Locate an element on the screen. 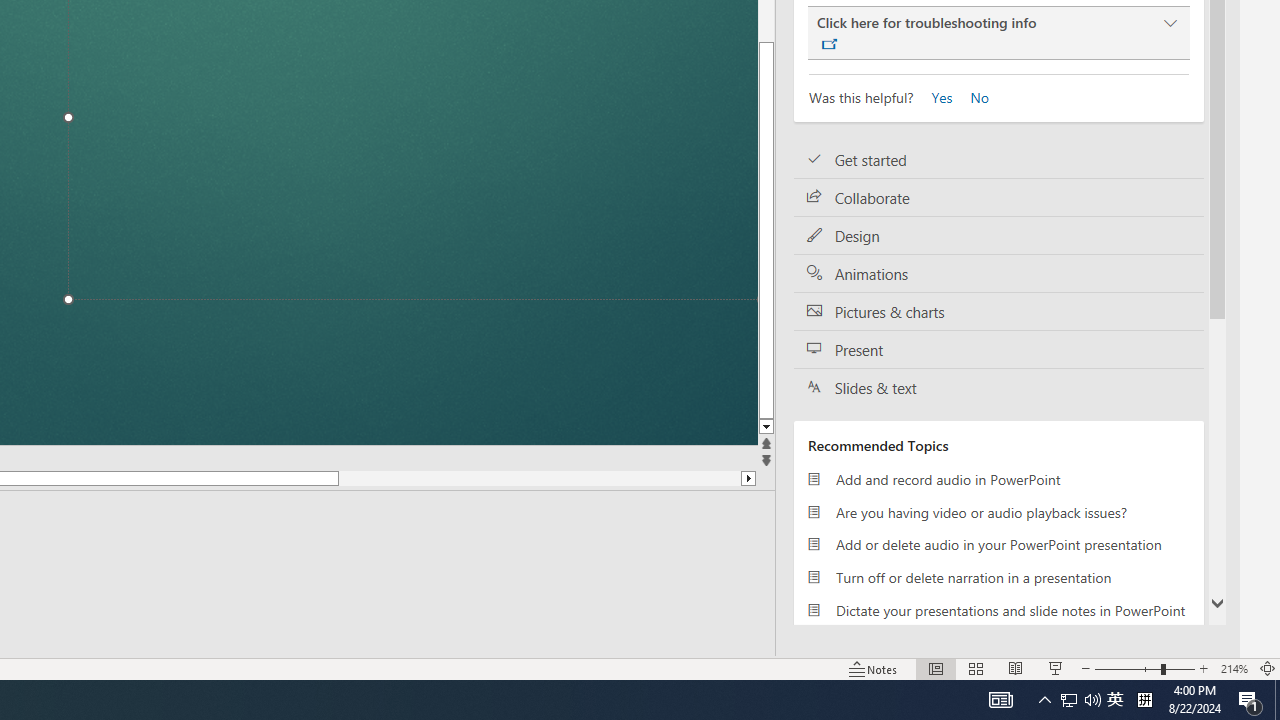 The height and width of the screenshot is (720, 1280). 'Yes' is located at coordinates (935, 96).